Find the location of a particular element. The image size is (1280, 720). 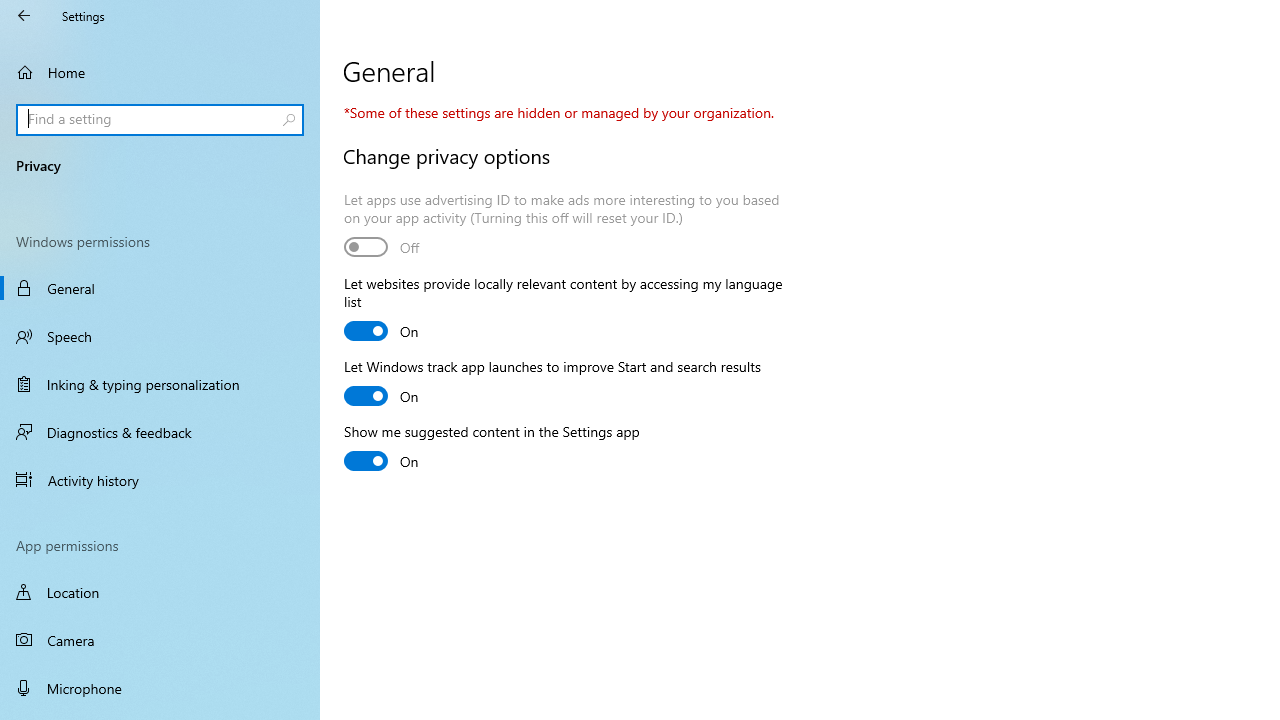

'Microphone' is located at coordinates (160, 686).